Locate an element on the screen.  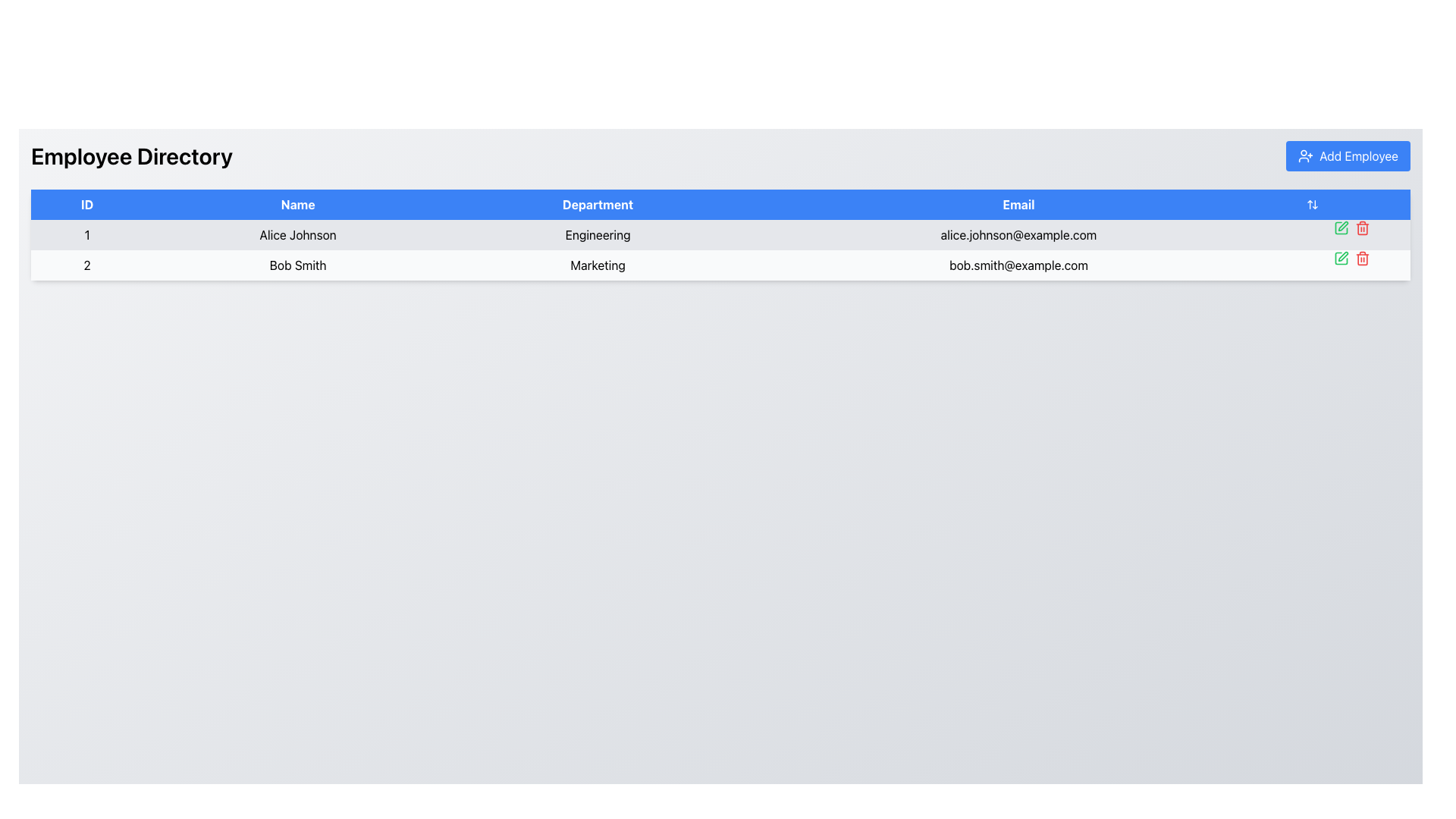
text label displaying 'Marketing' located in the Department column of the second row in the Employee Directory table is located at coordinates (597, 265).